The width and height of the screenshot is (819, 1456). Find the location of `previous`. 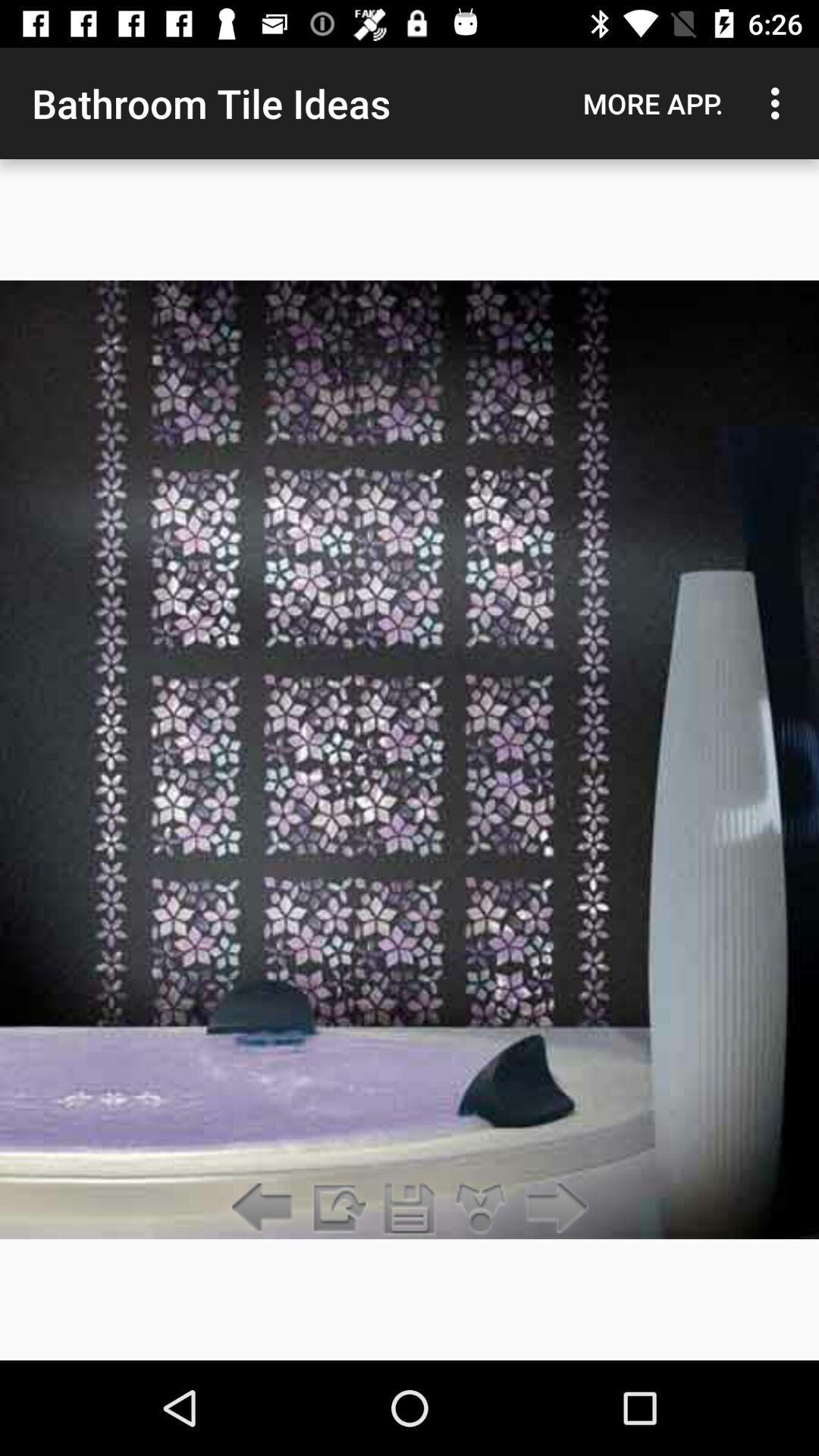

previous is located at coordinates (265, 1208).